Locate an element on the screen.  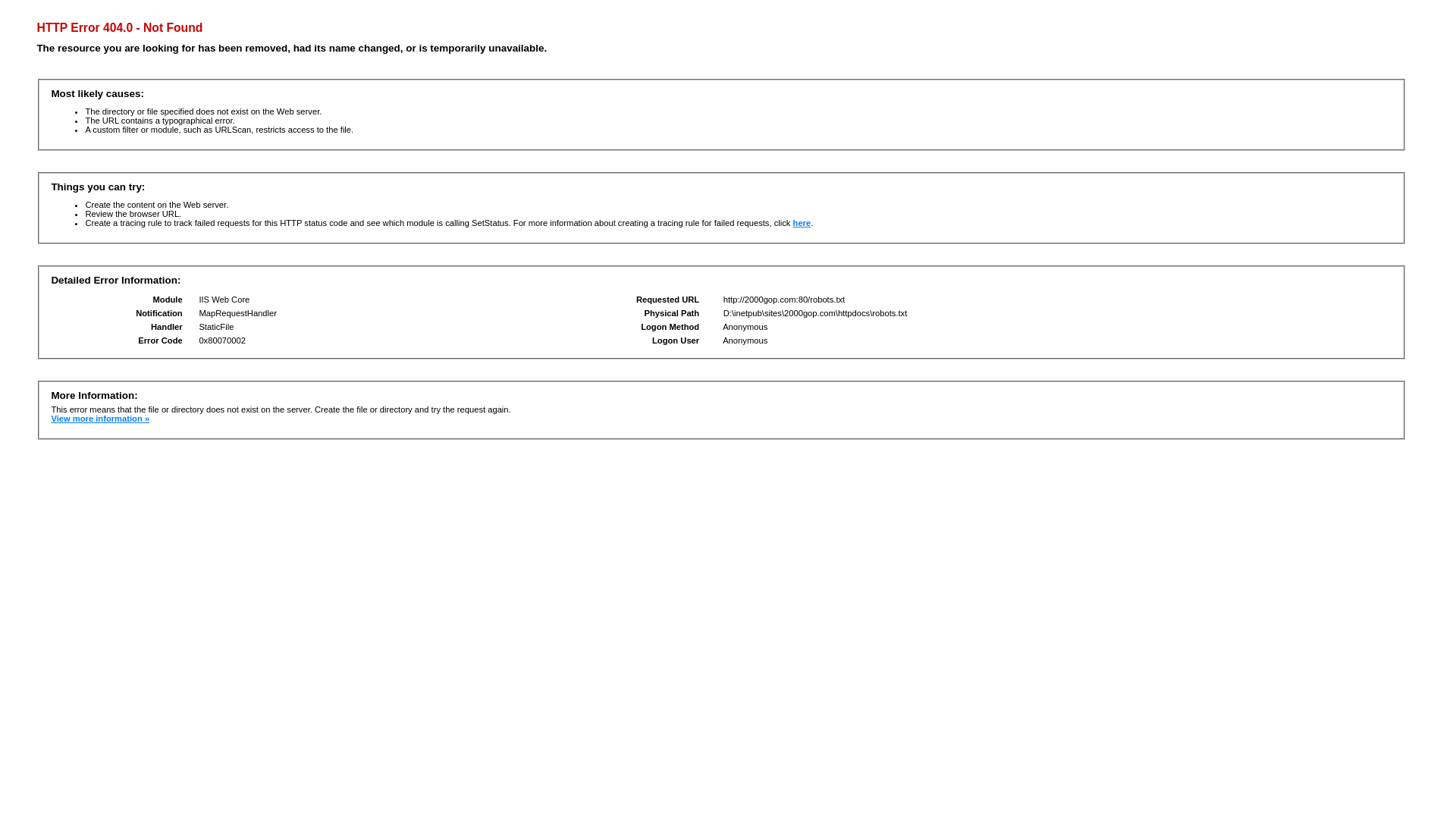
'here' is located at coordinates (792, 222).